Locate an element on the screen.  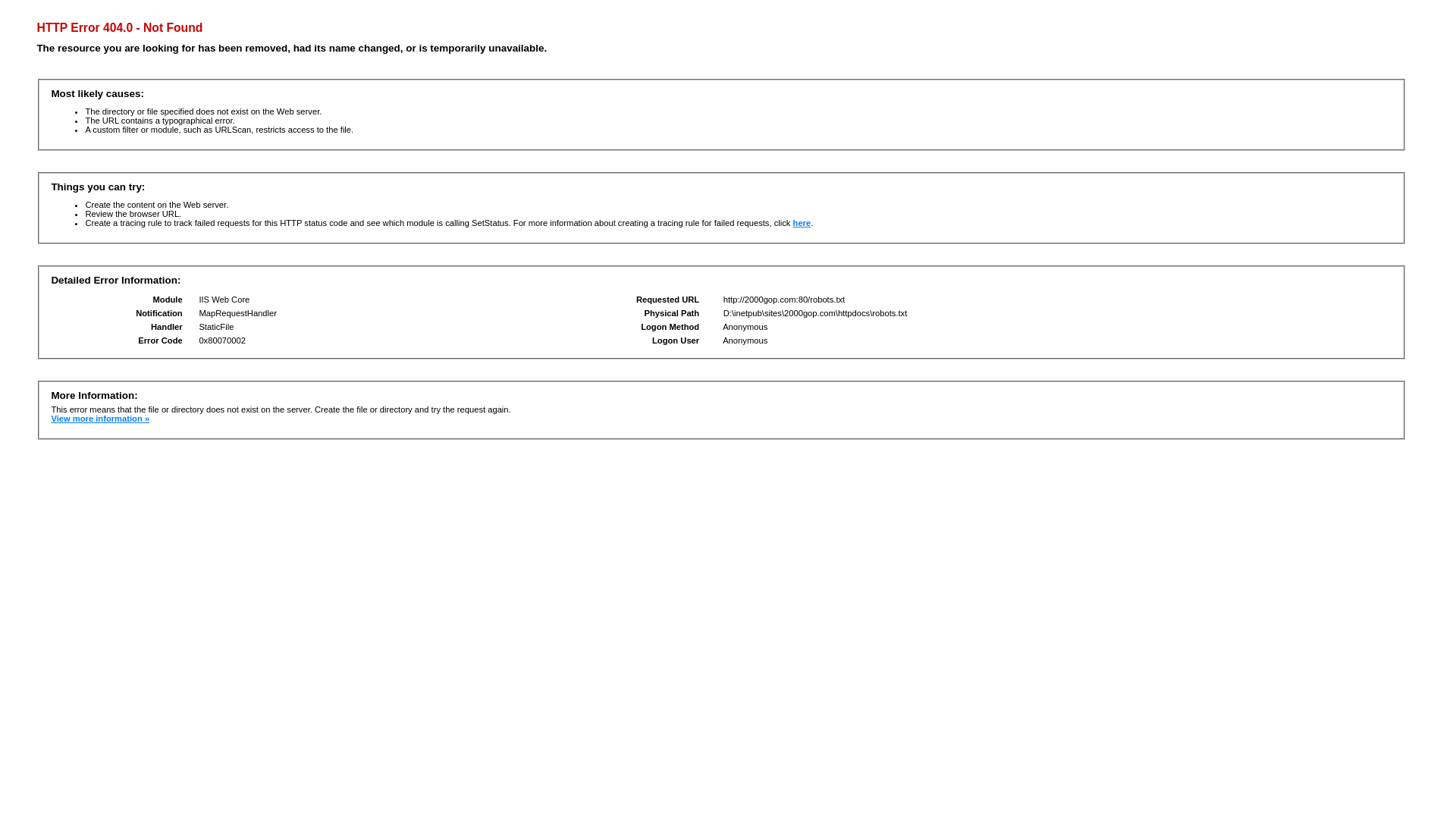
'here' is located at coordinates (792, 222).